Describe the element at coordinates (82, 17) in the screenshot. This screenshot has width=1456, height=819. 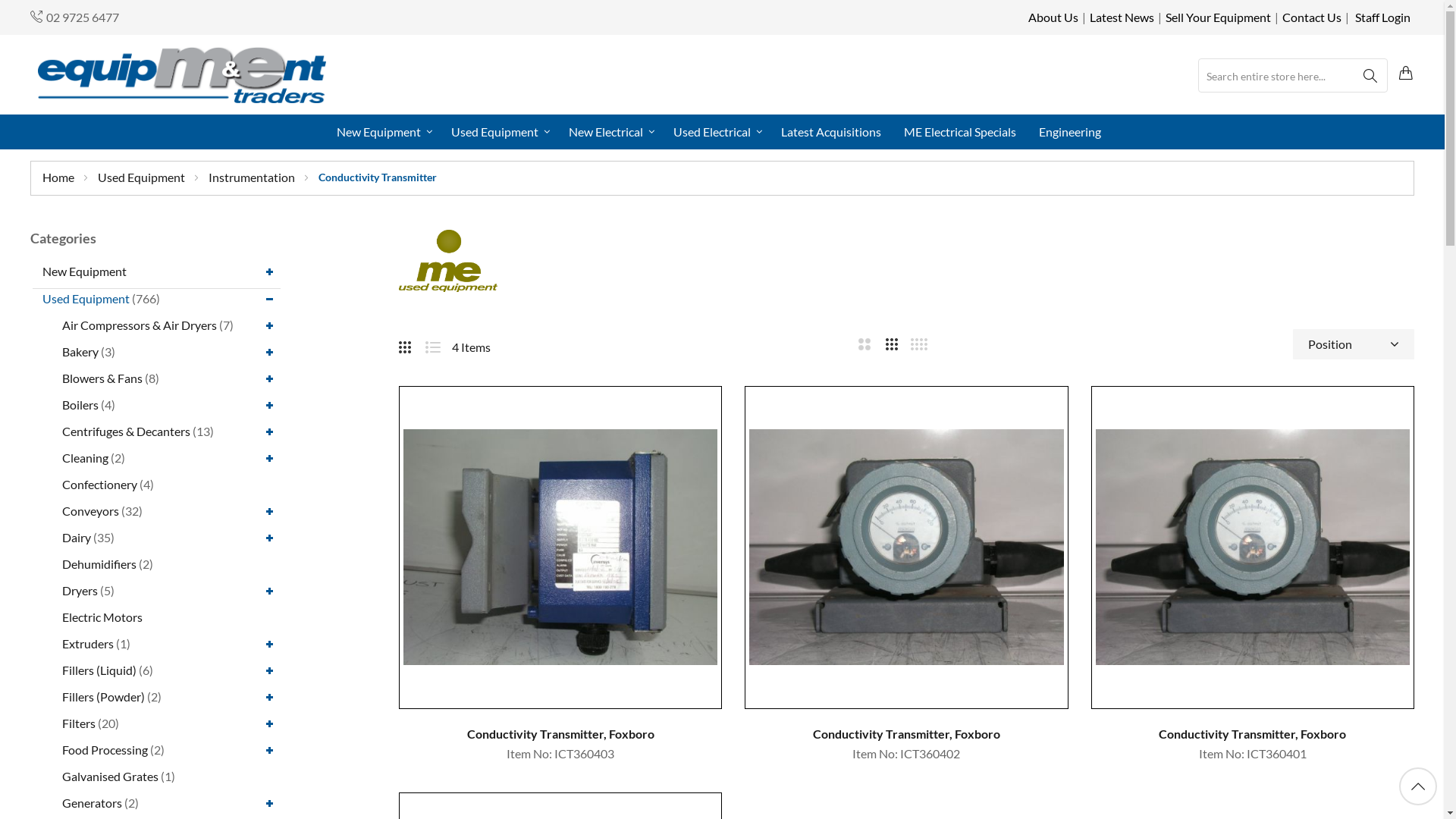
I see `'02 9725 6477'` at that location.